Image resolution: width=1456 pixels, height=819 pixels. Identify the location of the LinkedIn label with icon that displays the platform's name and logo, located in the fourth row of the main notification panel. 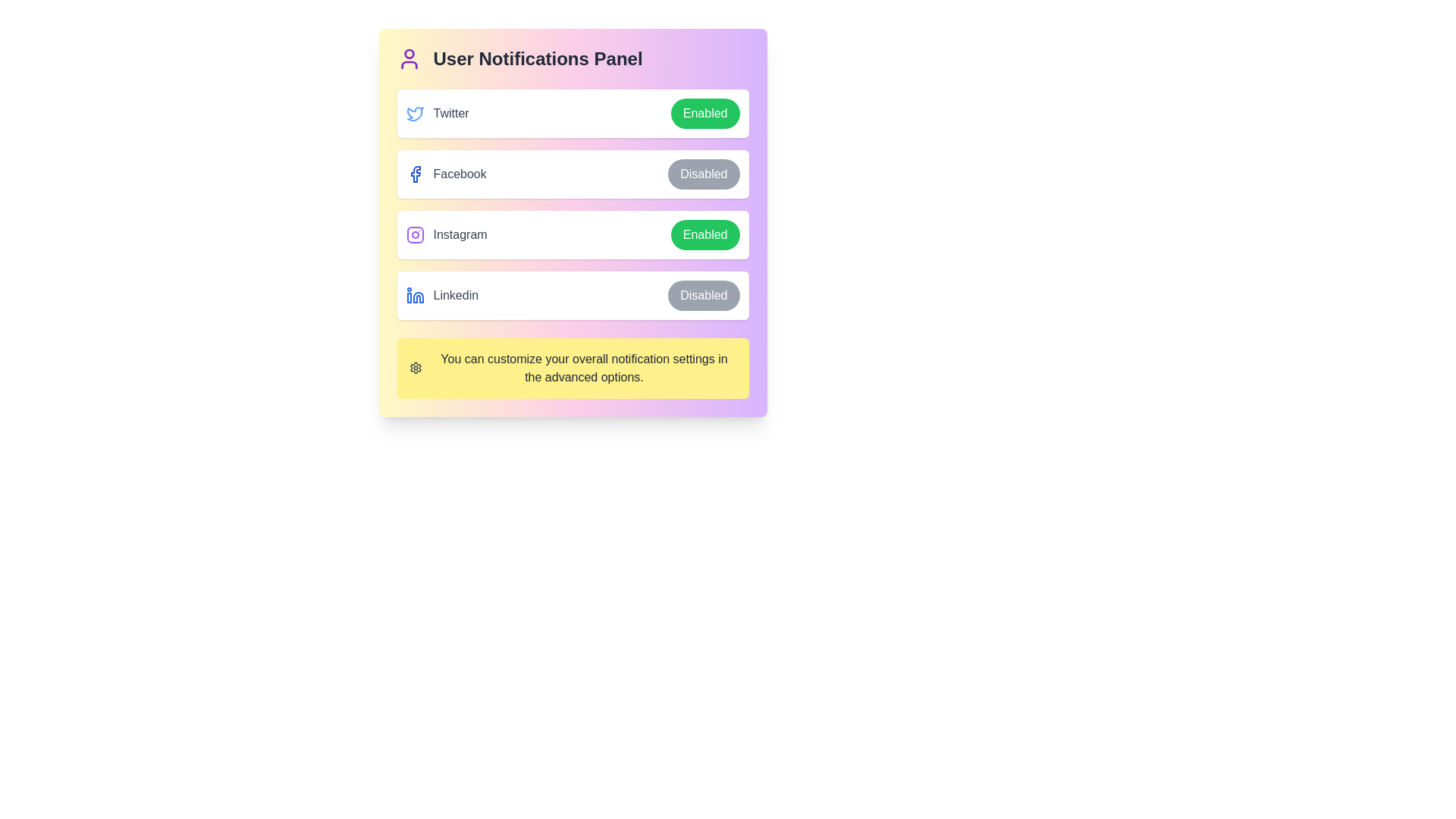
(441, 295).